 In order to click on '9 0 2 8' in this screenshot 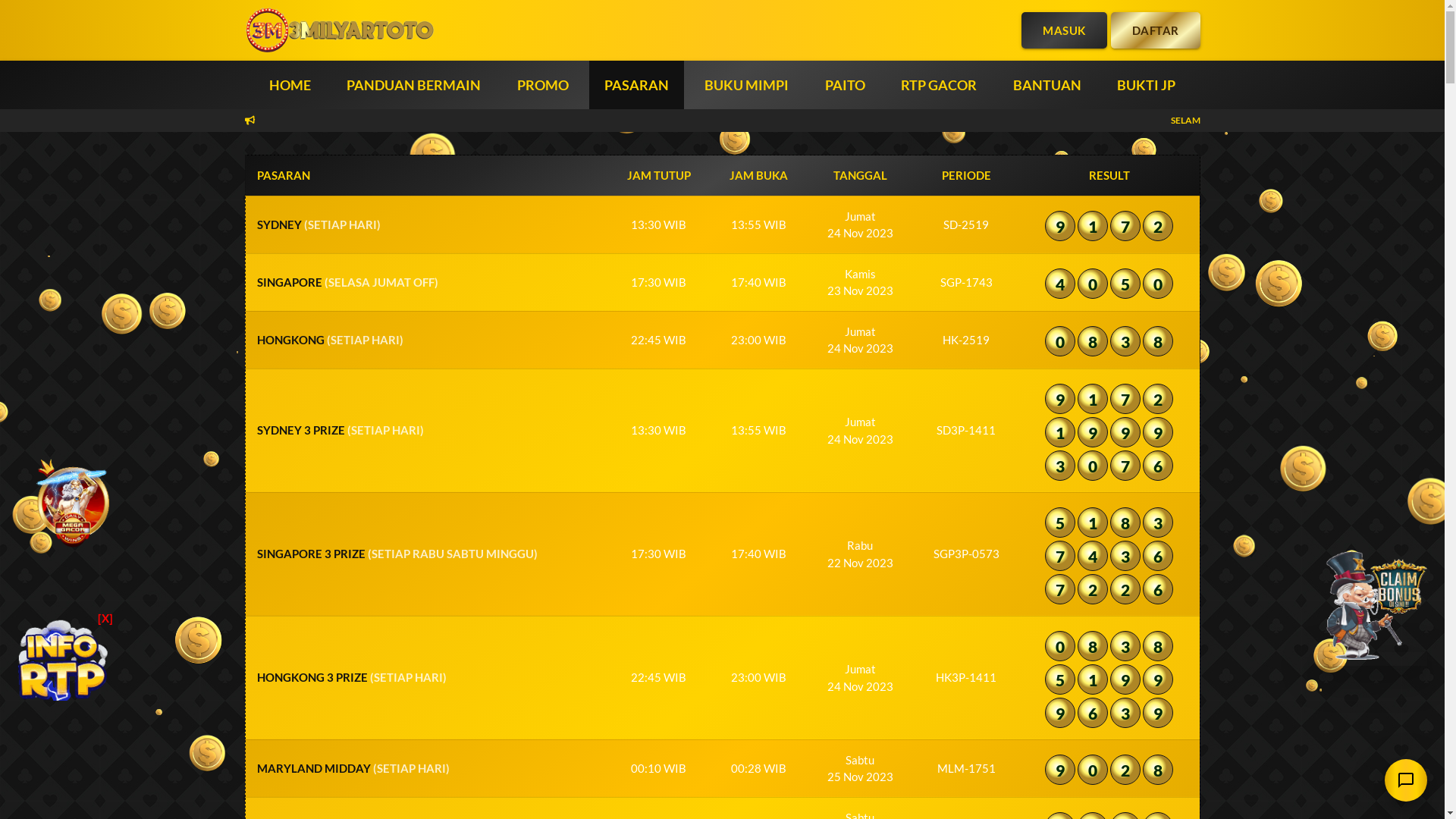, I will do `click(1109, 772)`.